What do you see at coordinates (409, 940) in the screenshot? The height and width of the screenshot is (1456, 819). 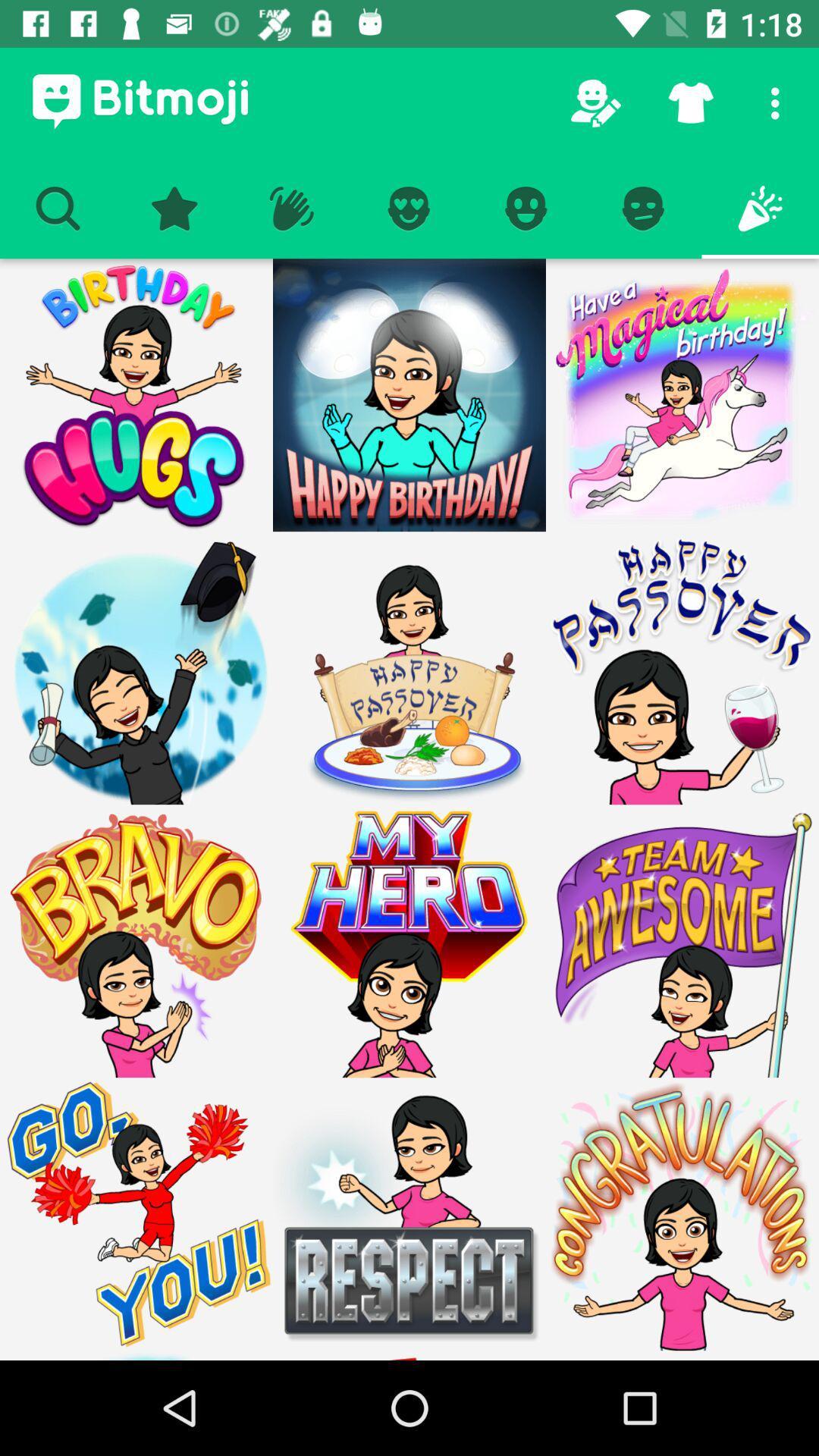 I see `sticker` at bounding box center [409, 940].